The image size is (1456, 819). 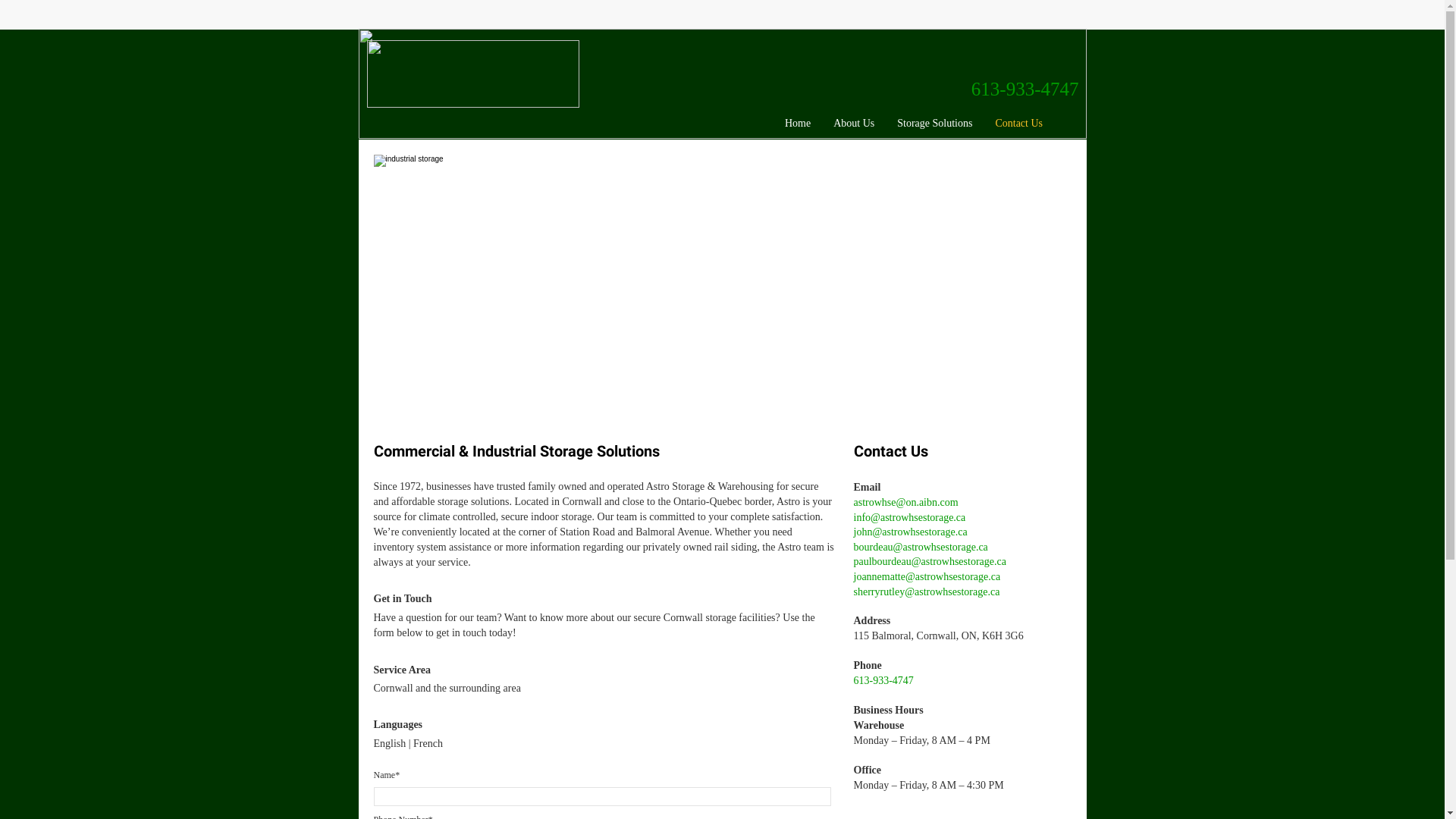 I want to click on 'Embedded Content', so click(x=1065, y=20).